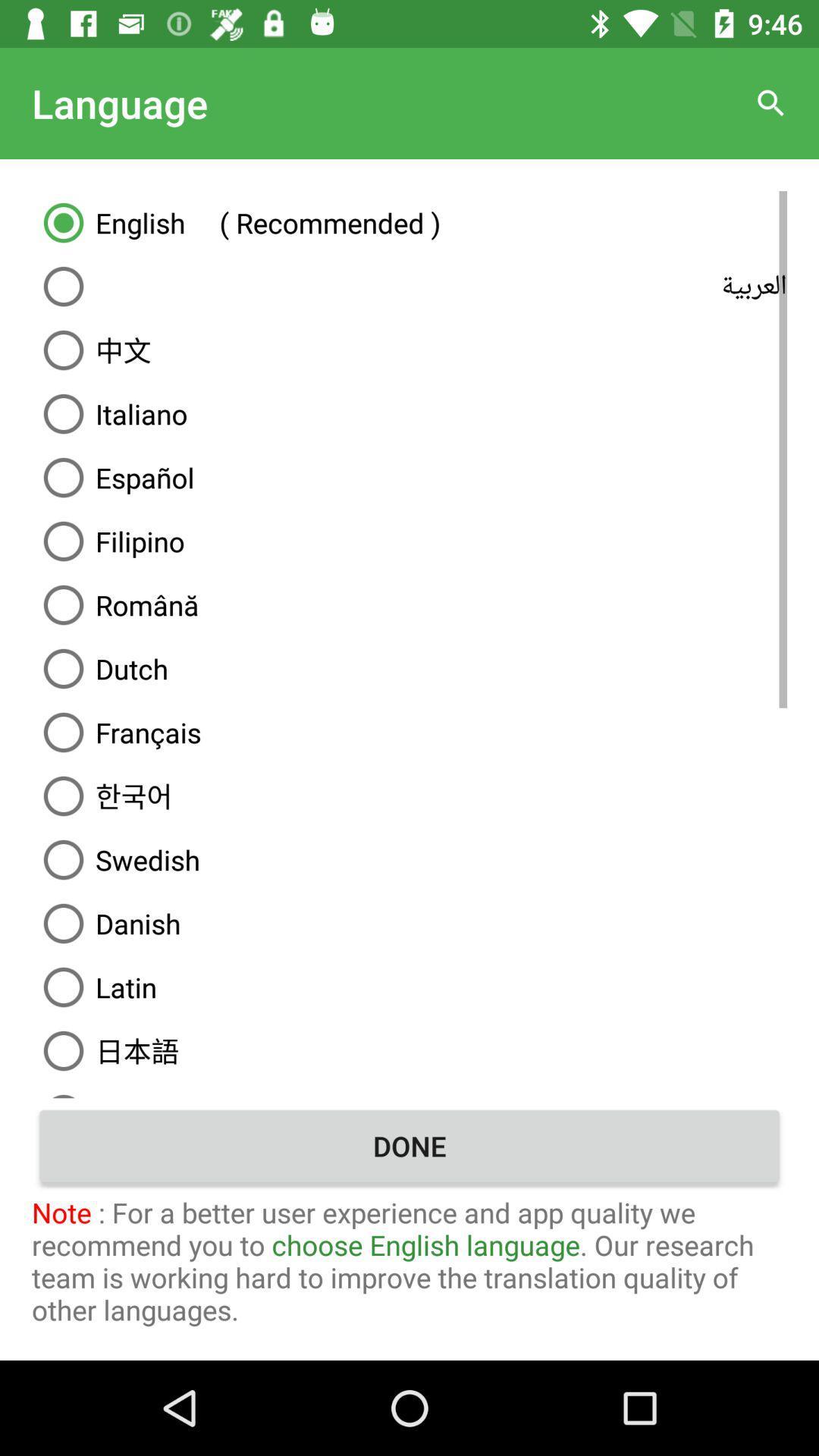 This screenshot has height=1456, width=819. Describe the element at coordinates (409, 604) in the screenshot. I see `the item above dutch item` at that location.